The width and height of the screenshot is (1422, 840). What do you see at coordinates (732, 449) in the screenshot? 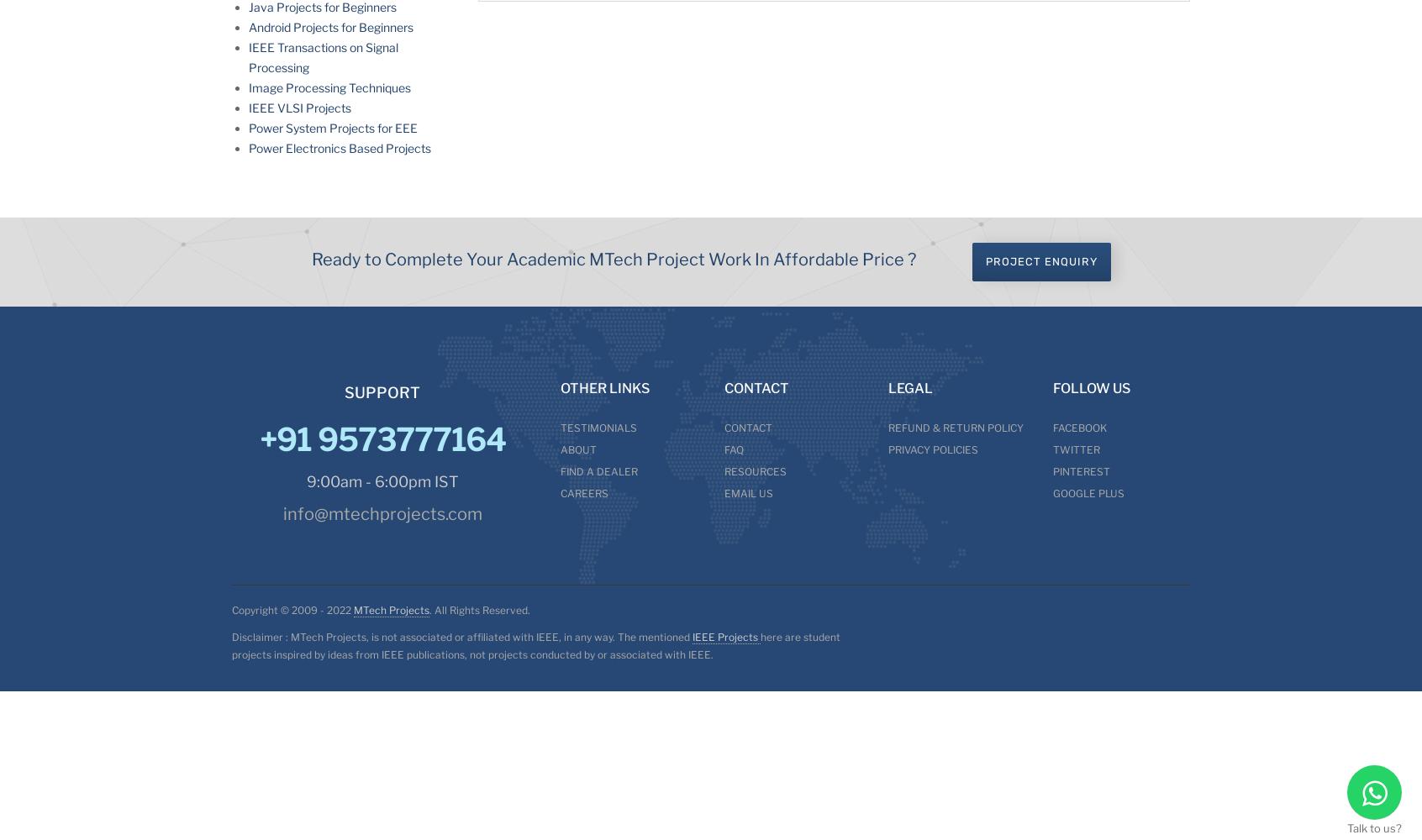
I see `'FAQ'` at bounding box center [732, 449].